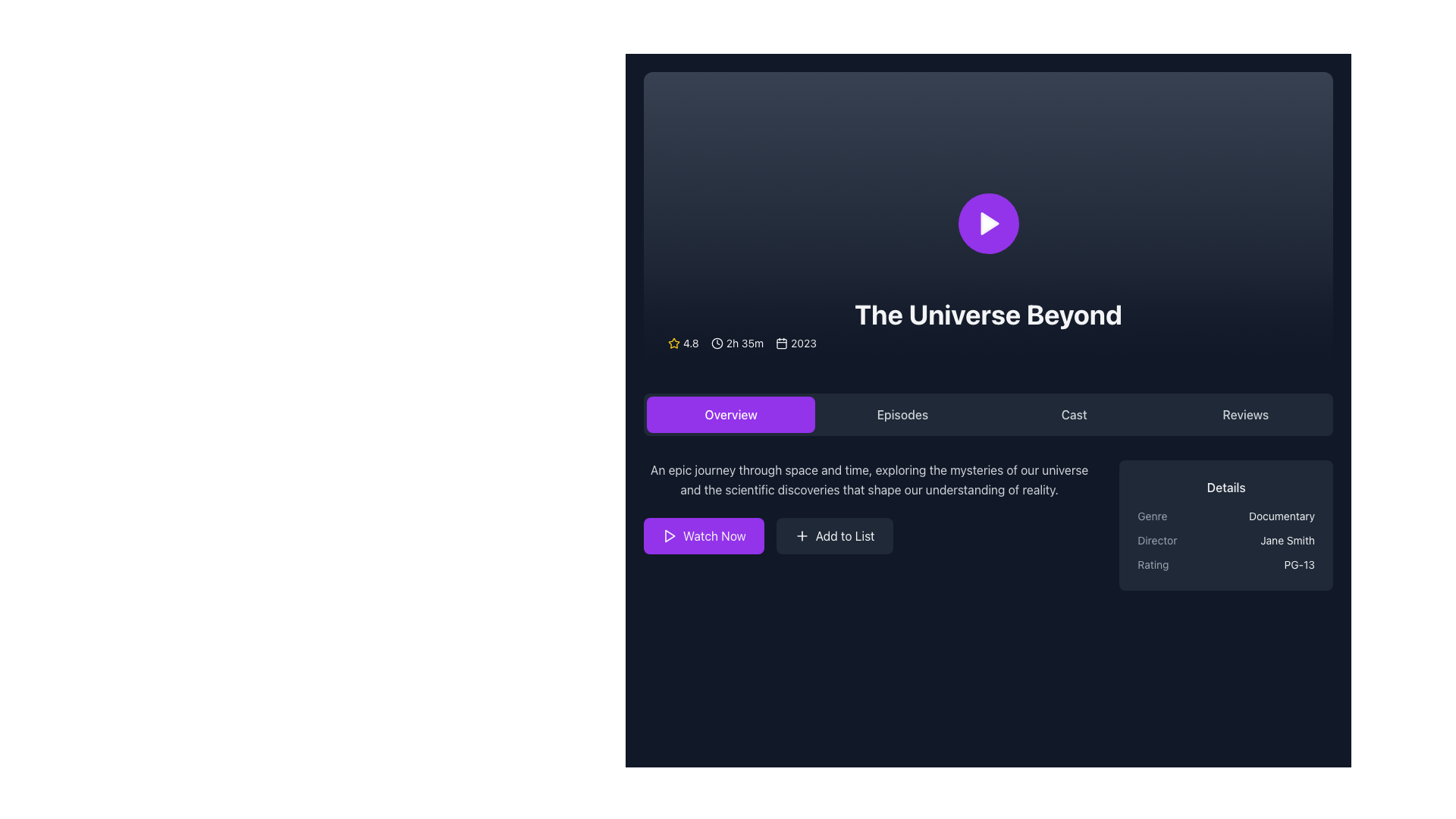  I want to click on the yellow star icon, which is a five-pointed shape with a hollow center, located in the top-left quadrant of the interface adjacent to the user's rating, so click(673, 343).